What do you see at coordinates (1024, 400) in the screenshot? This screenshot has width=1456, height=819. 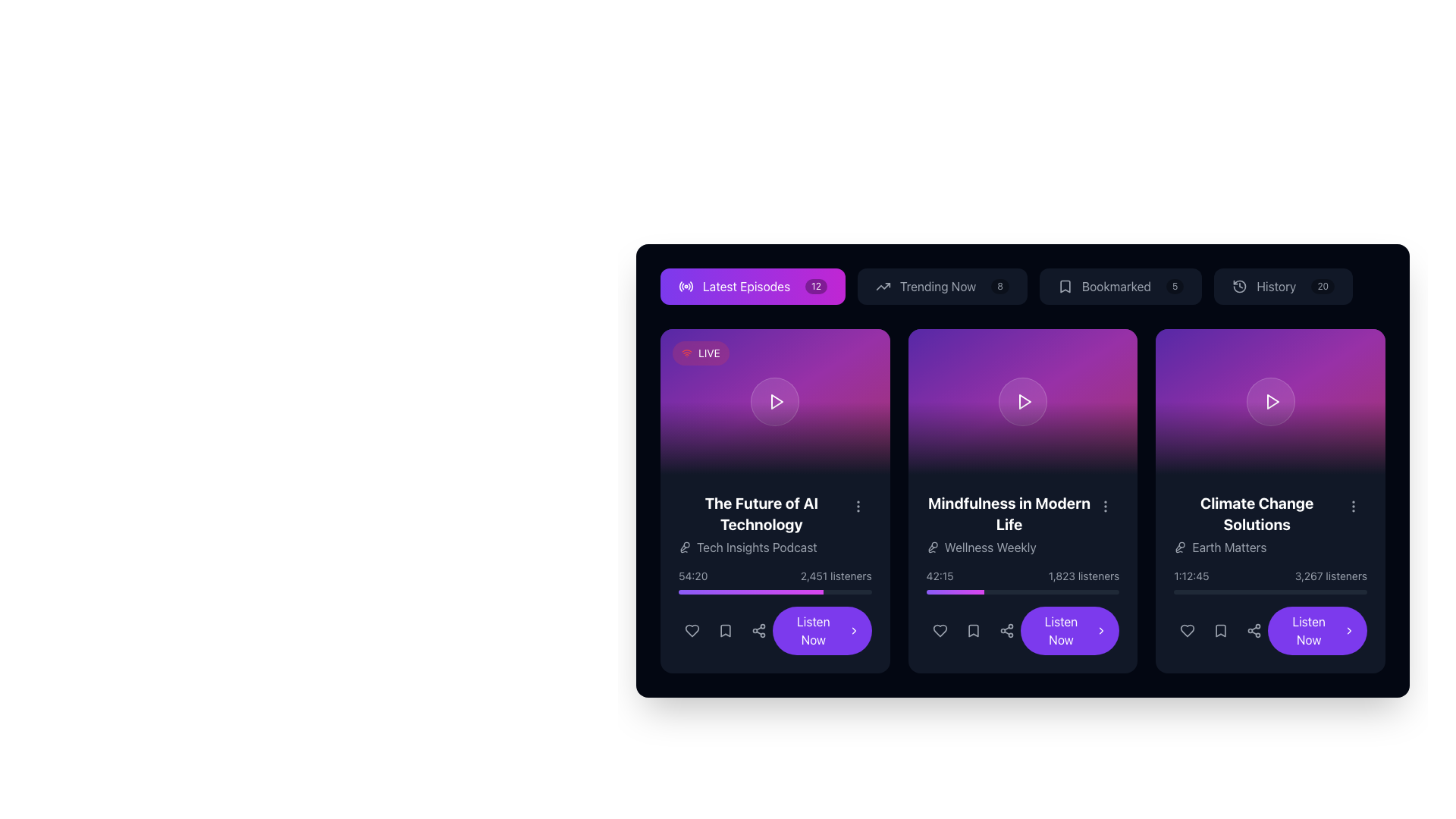 I see `the play icon button, which is a triangular shape with a white border located centrally within a circular button with a blurred, semi-transparent dark background` at bounding box center [1024, 400].